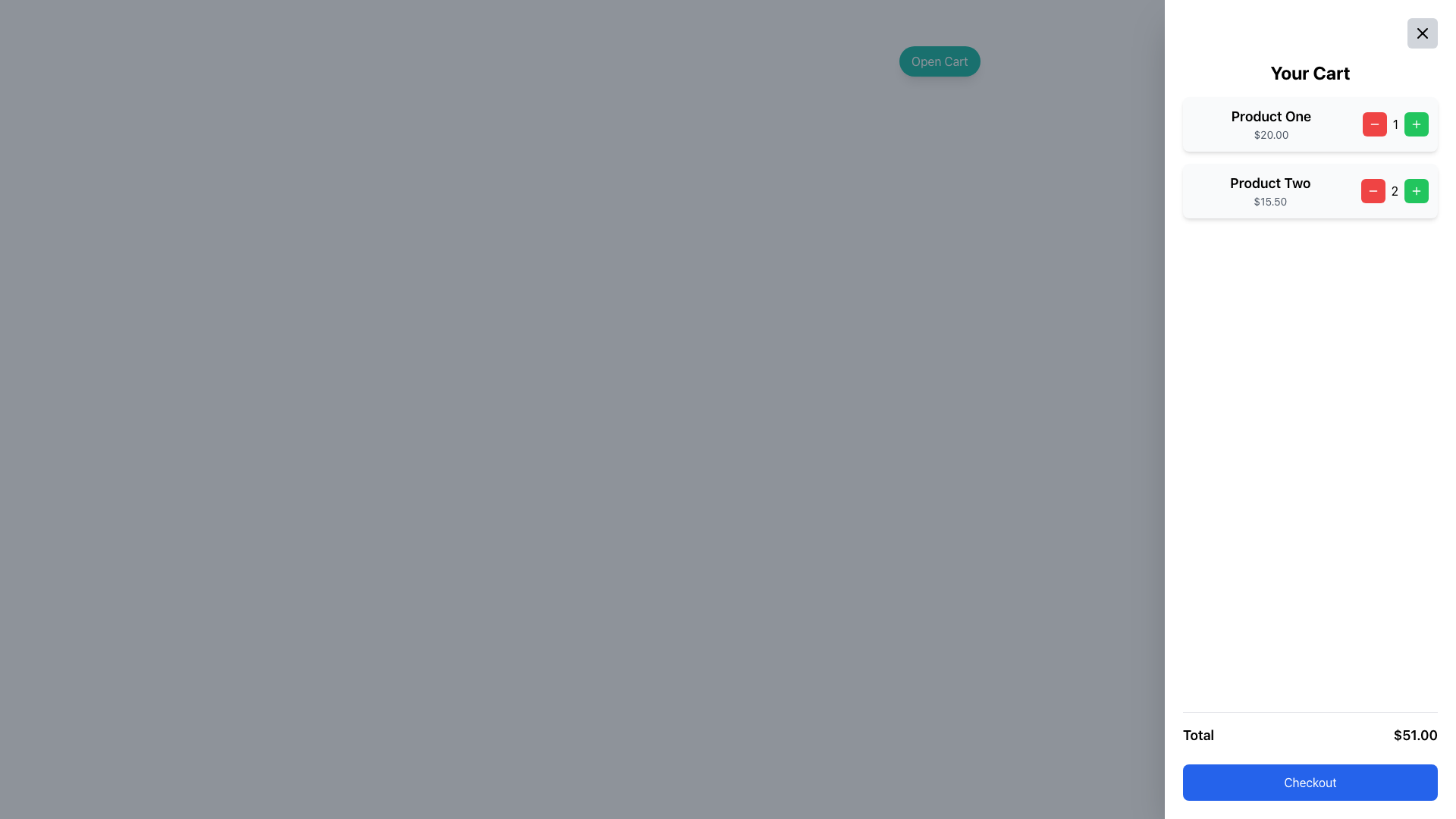 Image resolution: width=1456 pixels, height=819 pixels. What do you see at coordinates (1395, 190) in the screenshot?
I see `the Static Text Display that shows the quantity or count of items, positioned between decrement and increment buttons in the second product row` at bounding box center [1395, 190].